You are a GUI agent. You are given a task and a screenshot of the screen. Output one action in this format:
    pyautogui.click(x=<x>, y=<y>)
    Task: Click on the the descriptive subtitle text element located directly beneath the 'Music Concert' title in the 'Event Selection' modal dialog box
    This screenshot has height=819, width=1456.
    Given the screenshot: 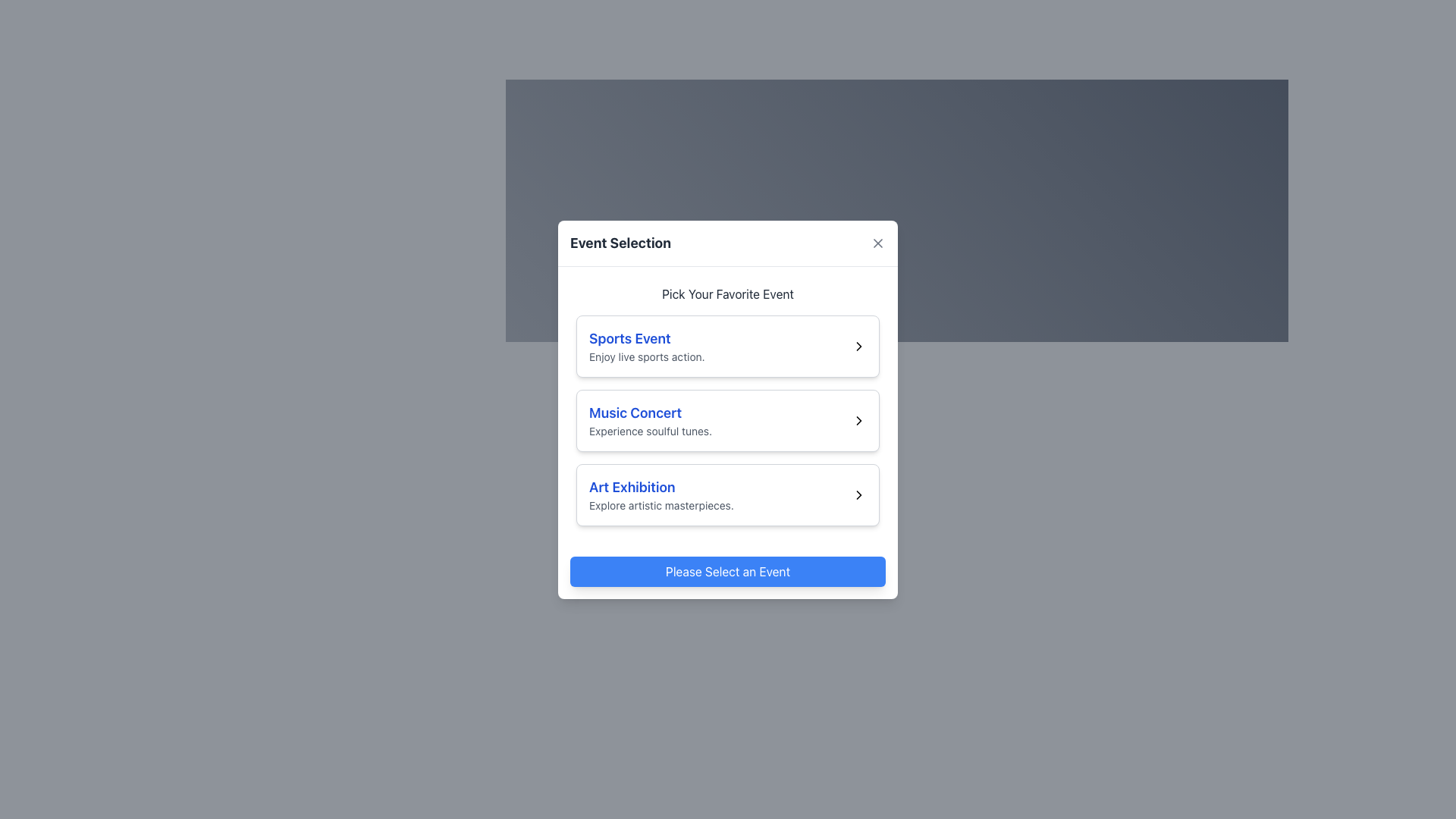 What is the action you would take?
    pyautogui.click(x=651, y=431)
    